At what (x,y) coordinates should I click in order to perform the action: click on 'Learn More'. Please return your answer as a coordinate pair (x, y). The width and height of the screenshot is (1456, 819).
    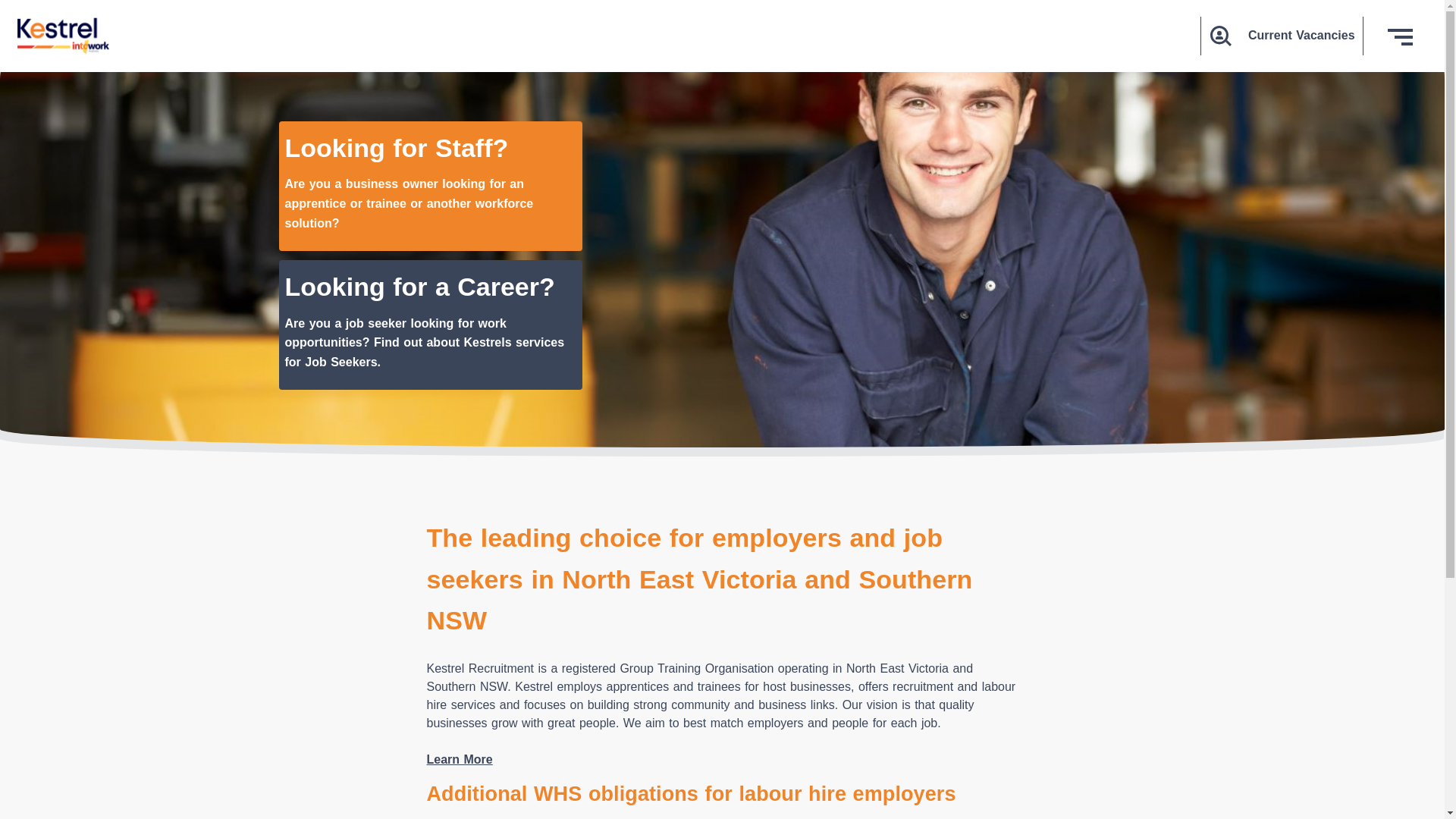
    Looking at the image, I should click on (425, 759).